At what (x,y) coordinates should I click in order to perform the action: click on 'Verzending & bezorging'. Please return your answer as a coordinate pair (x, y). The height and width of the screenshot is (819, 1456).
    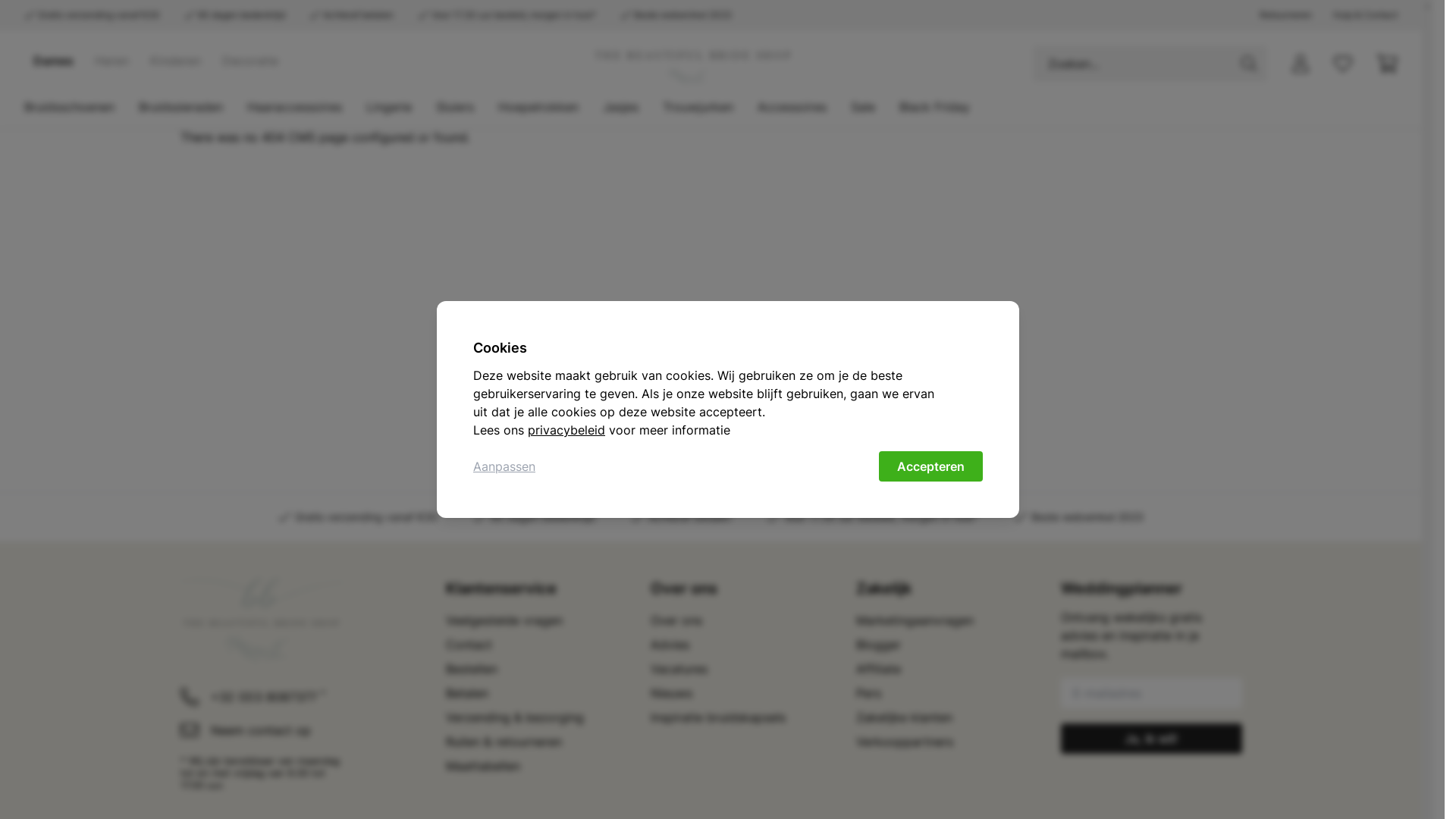
    Looking at the image, I should click on (514, 717).